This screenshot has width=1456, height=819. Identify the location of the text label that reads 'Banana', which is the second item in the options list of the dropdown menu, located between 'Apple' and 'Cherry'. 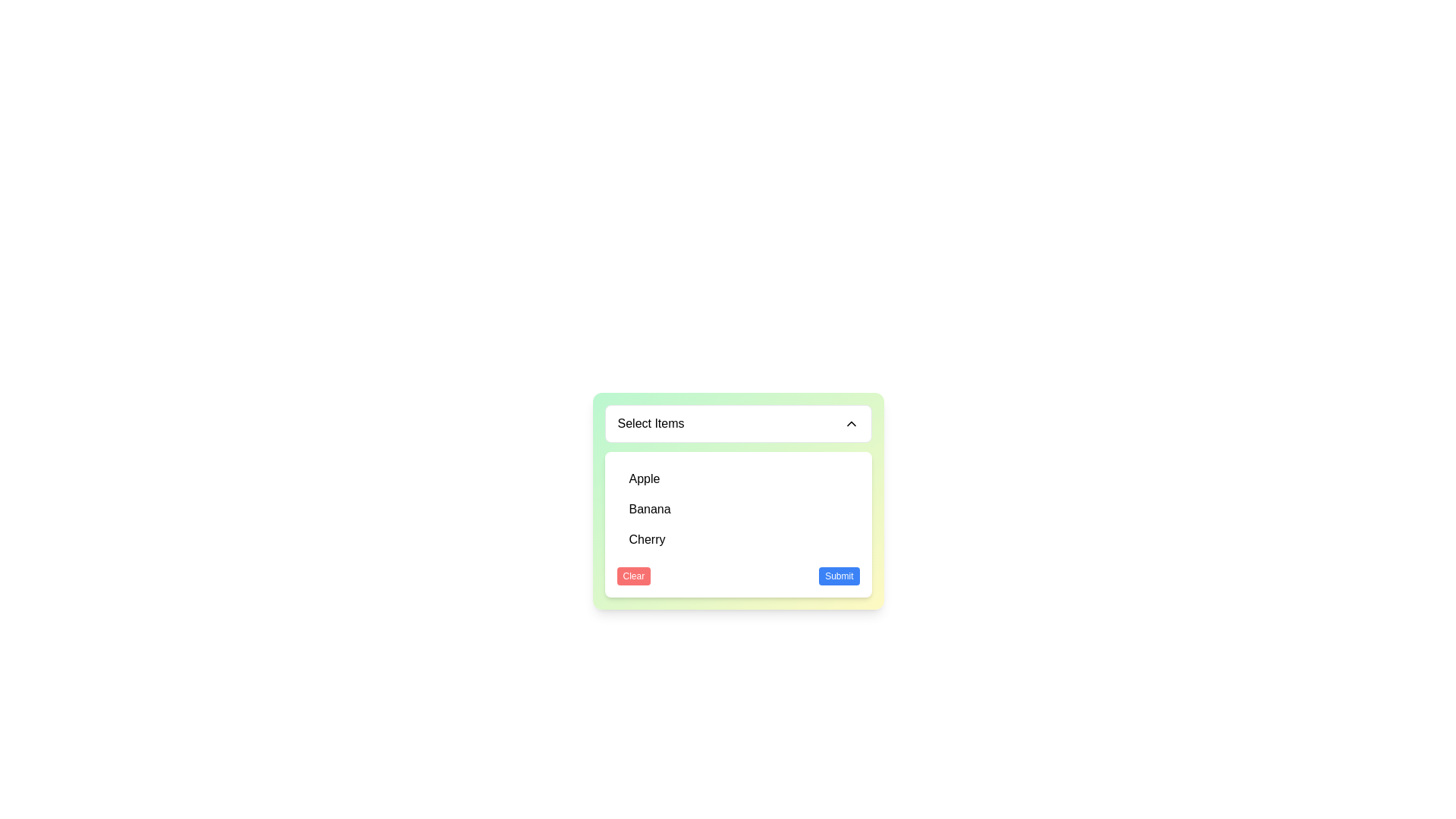
(650, 509).